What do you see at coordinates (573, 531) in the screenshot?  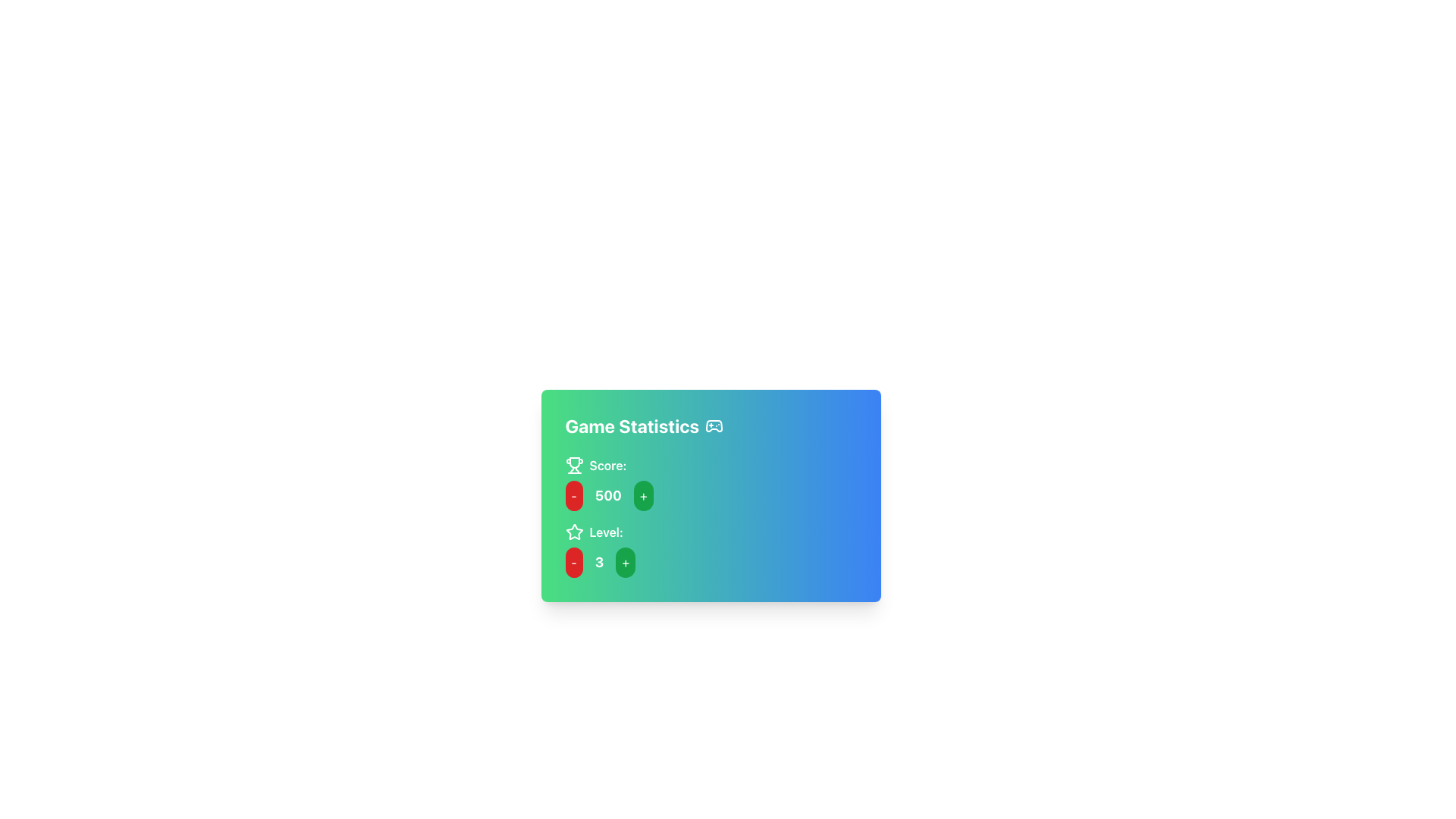 I see `the star-shaped graphic icon located in the 'Level' section next to the label 'Level:', which is inside a green area and features a distinct five-pointed star design` at bounding box center [573, 531].